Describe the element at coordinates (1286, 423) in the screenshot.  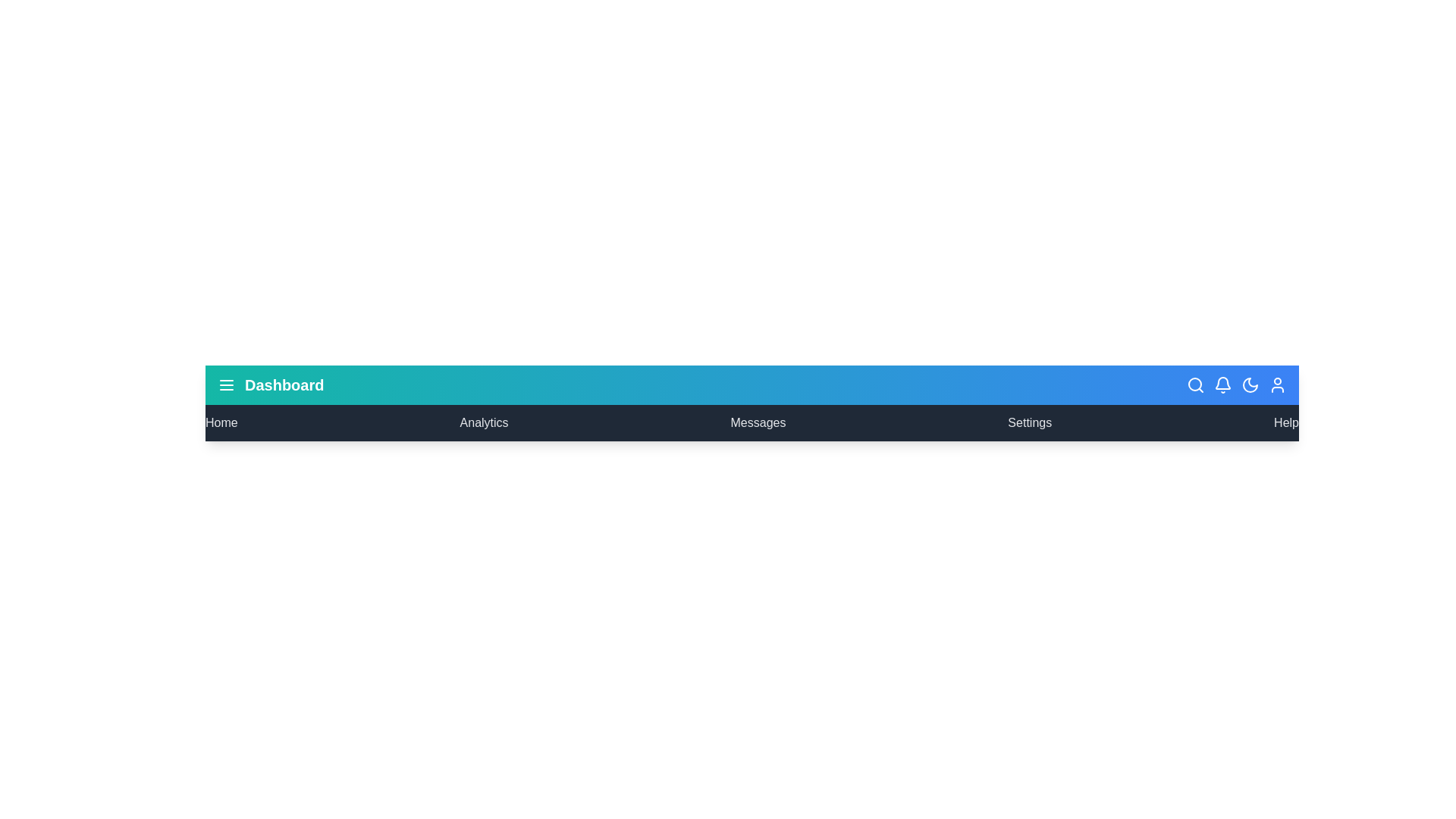
I see `the menu item Help to navigate to the respective section` at that location.